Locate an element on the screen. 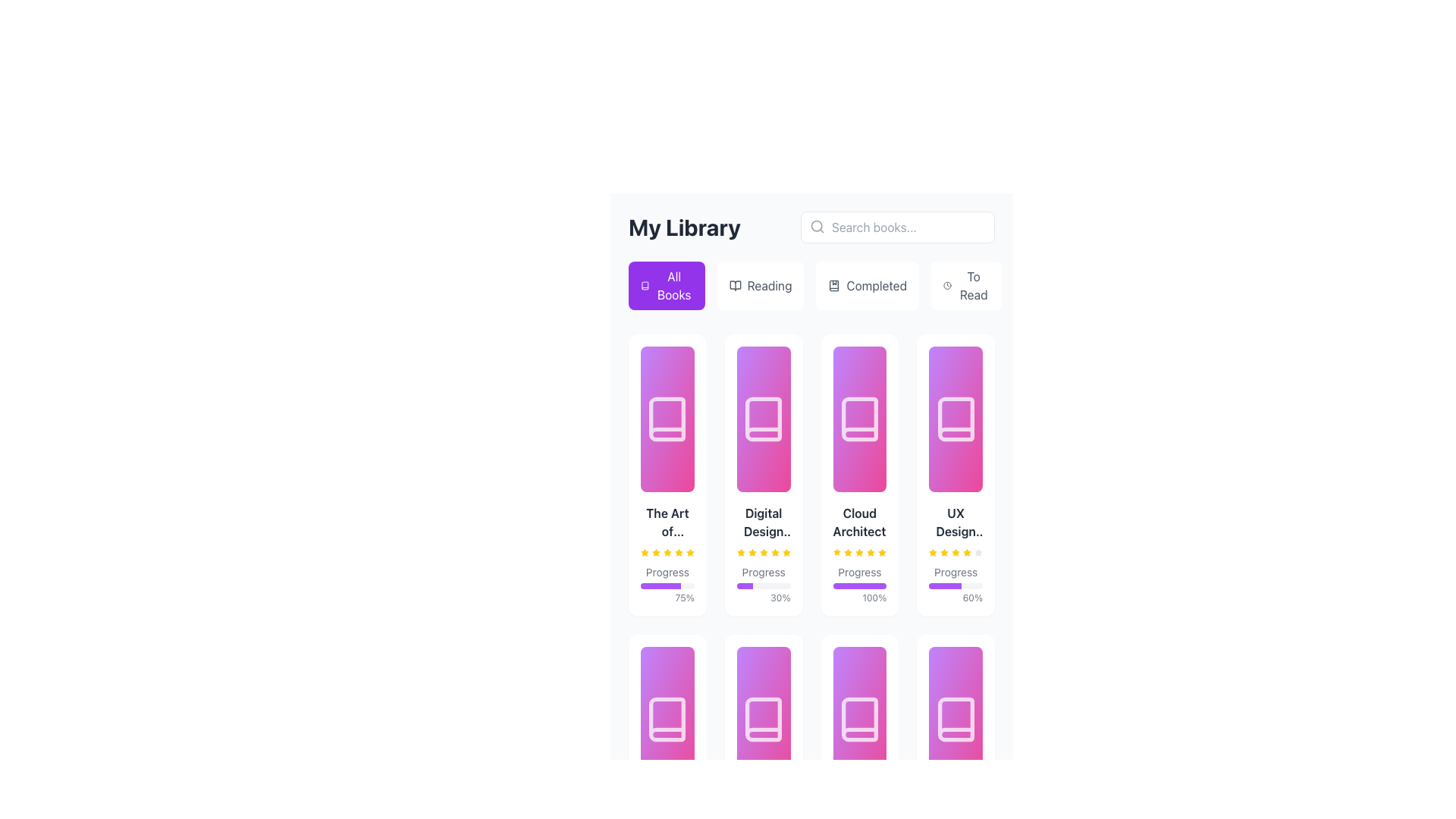 The height and width of the screenshot is (819, 1456). the Text Label that indicates the purpose of the visual progress bar in the third card of the 'My Library' section is located at coordinates (859, 573).